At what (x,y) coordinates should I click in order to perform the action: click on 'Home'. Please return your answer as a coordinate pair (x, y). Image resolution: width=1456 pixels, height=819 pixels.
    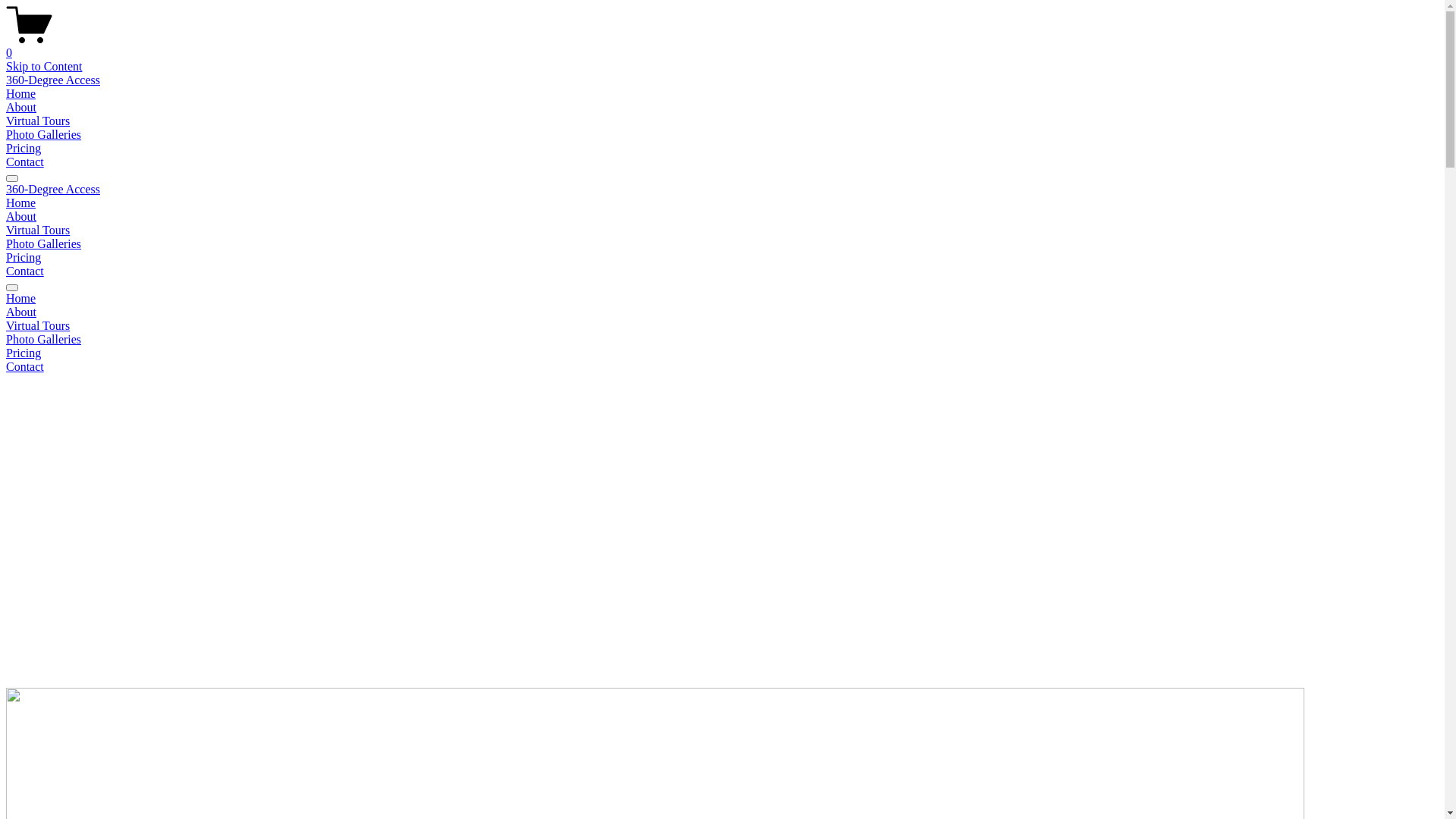
    Looking at the image, I should click on (6, 93).